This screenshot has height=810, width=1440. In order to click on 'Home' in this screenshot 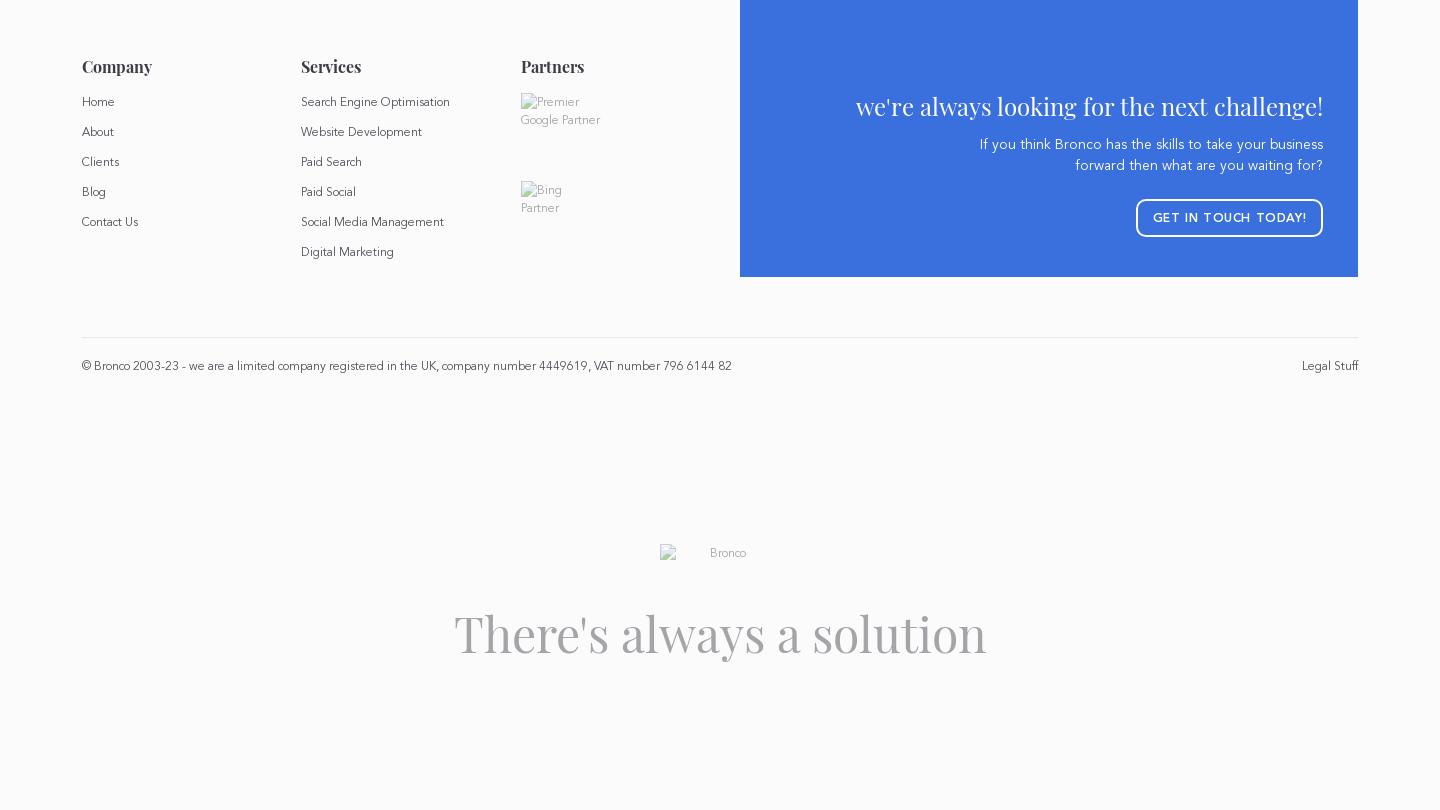, I will do `click(97, 101)`.